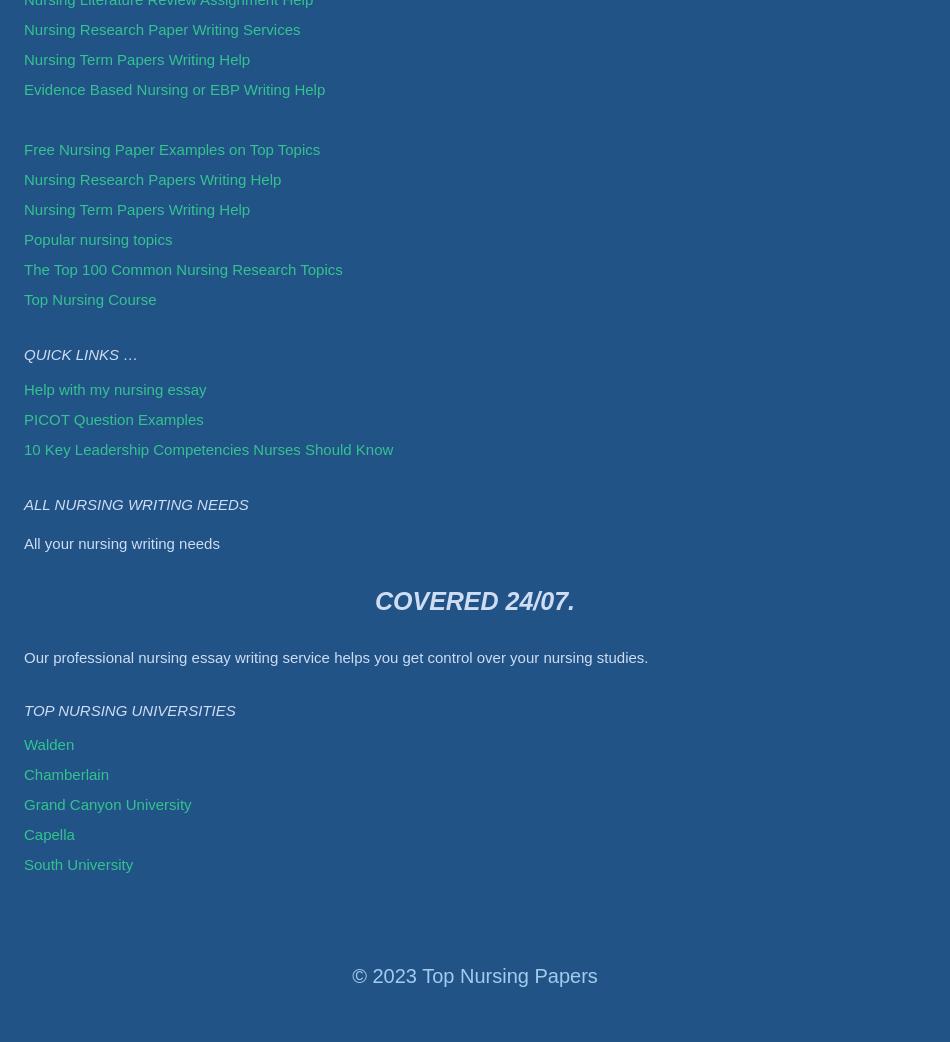 This screenshot has width=950, height=1042. I want to click on 'Free Nursing Paper Examples on Top Topics', so click(172, 148).